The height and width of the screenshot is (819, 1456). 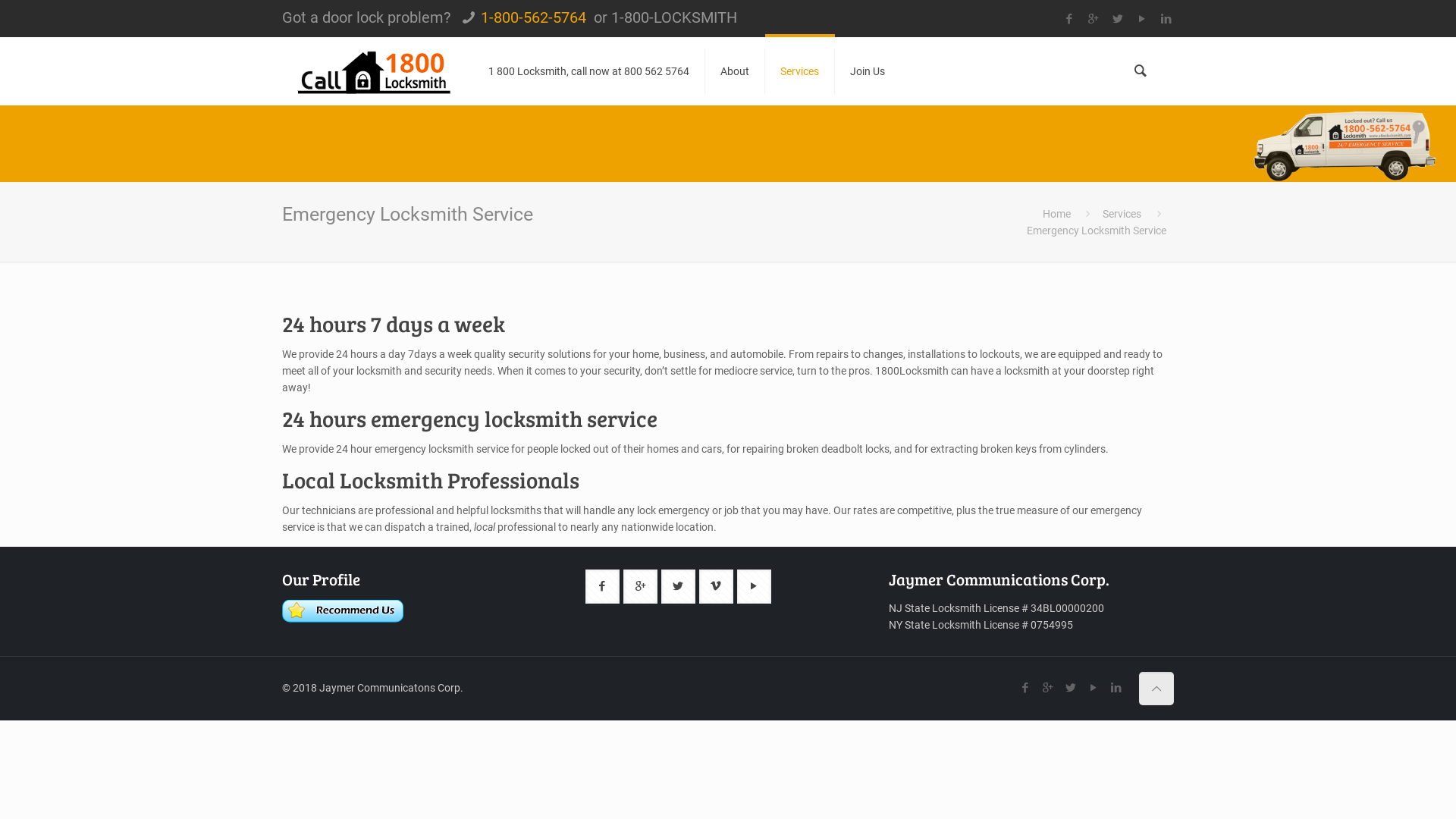 I want to click on '1-800-562-5764', so click(x=533, y=17).